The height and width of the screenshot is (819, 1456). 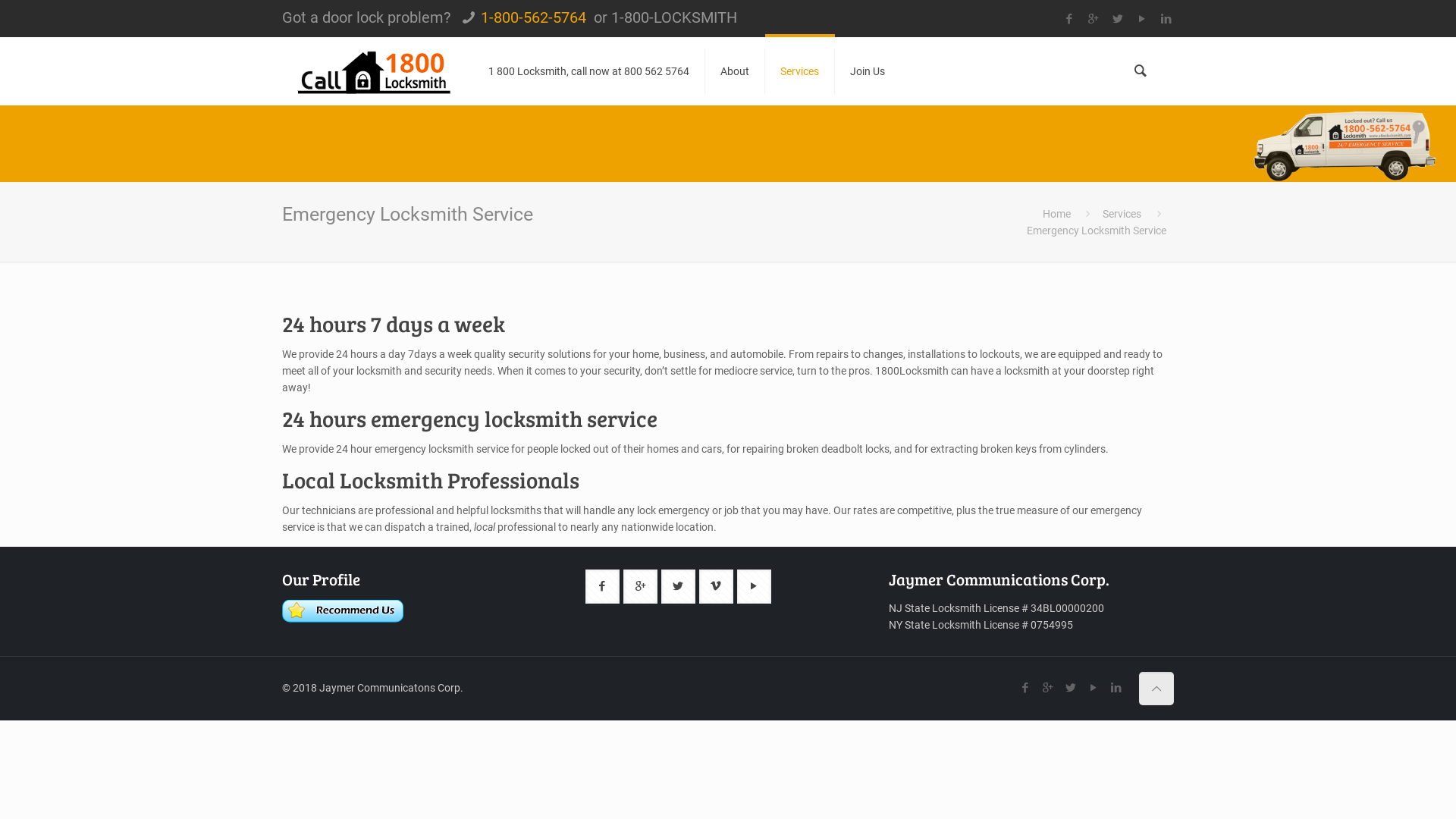 I want to click on '1-800-562-5764', so click(x=533, y=17).